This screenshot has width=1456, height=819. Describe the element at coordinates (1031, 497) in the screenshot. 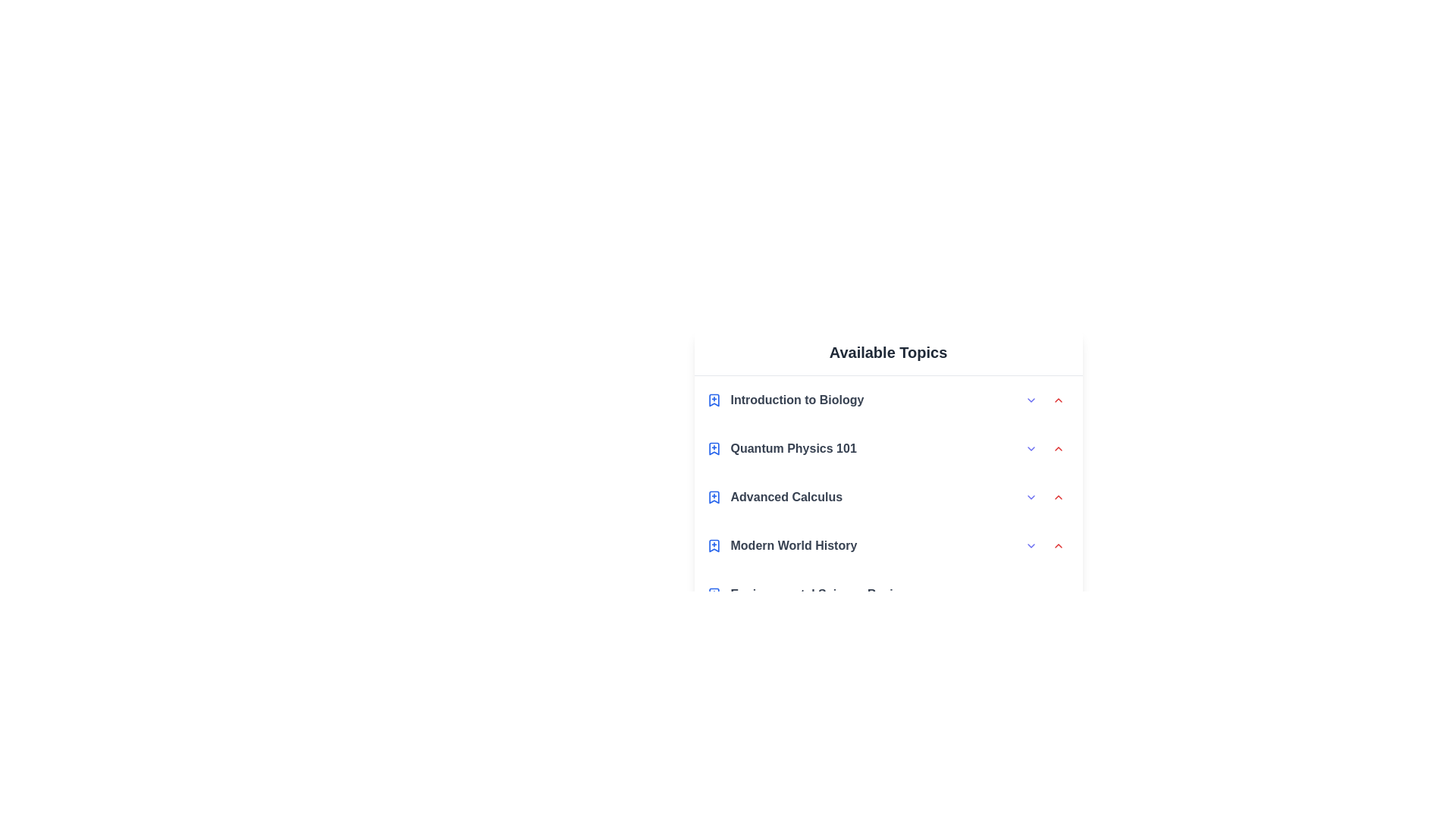

I see `the expand arrow for the topic Advanced Calculus` at that location.